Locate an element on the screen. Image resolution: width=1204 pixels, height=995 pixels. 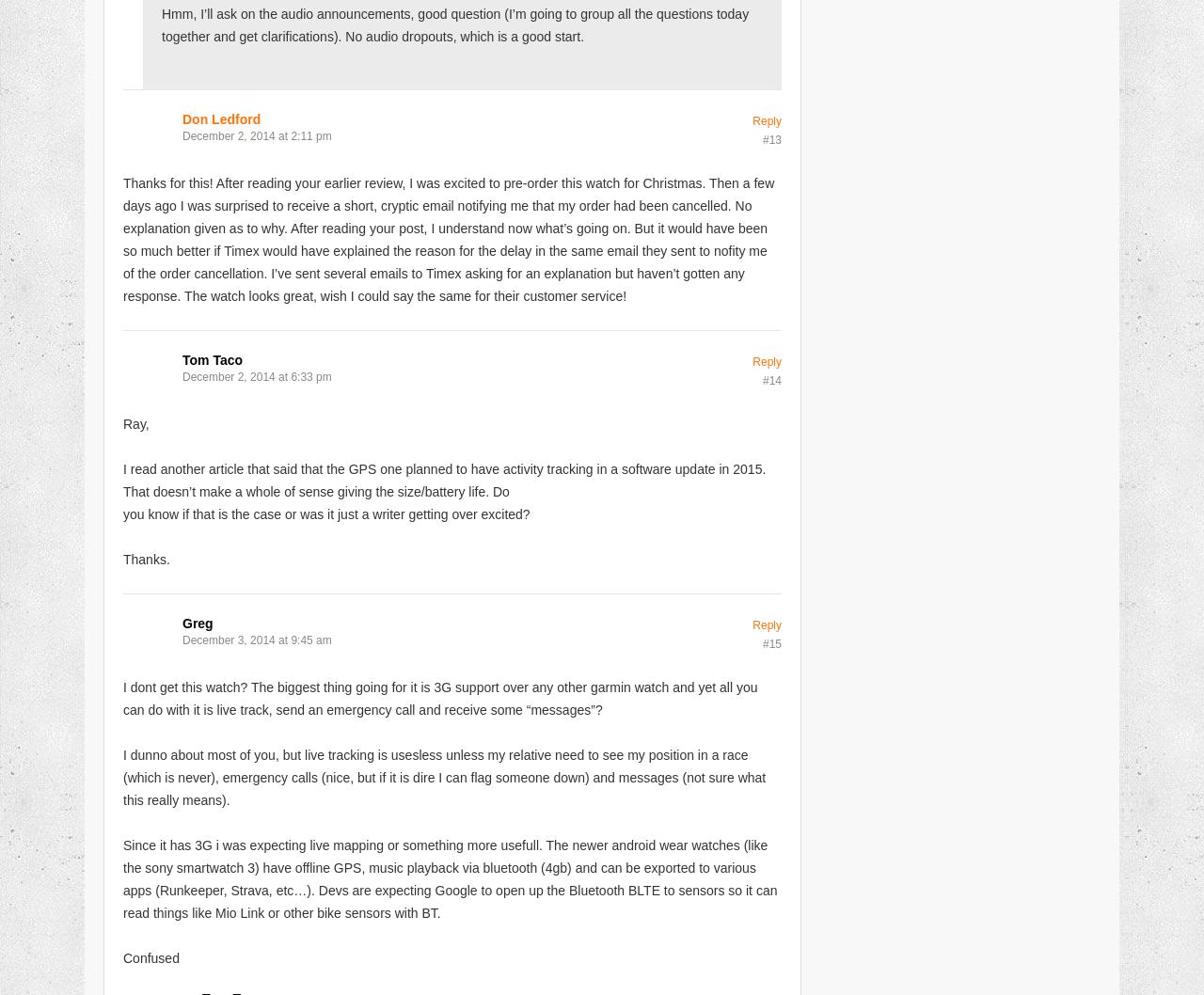
'I dunno about most of you, but live tracking is usesless unless my relative need to see my position in a race (which is never), emergency calls (nice, but if it is dire I can flag someone down) and messages (not sure what this really means).' is located at coordinates (443, 775).